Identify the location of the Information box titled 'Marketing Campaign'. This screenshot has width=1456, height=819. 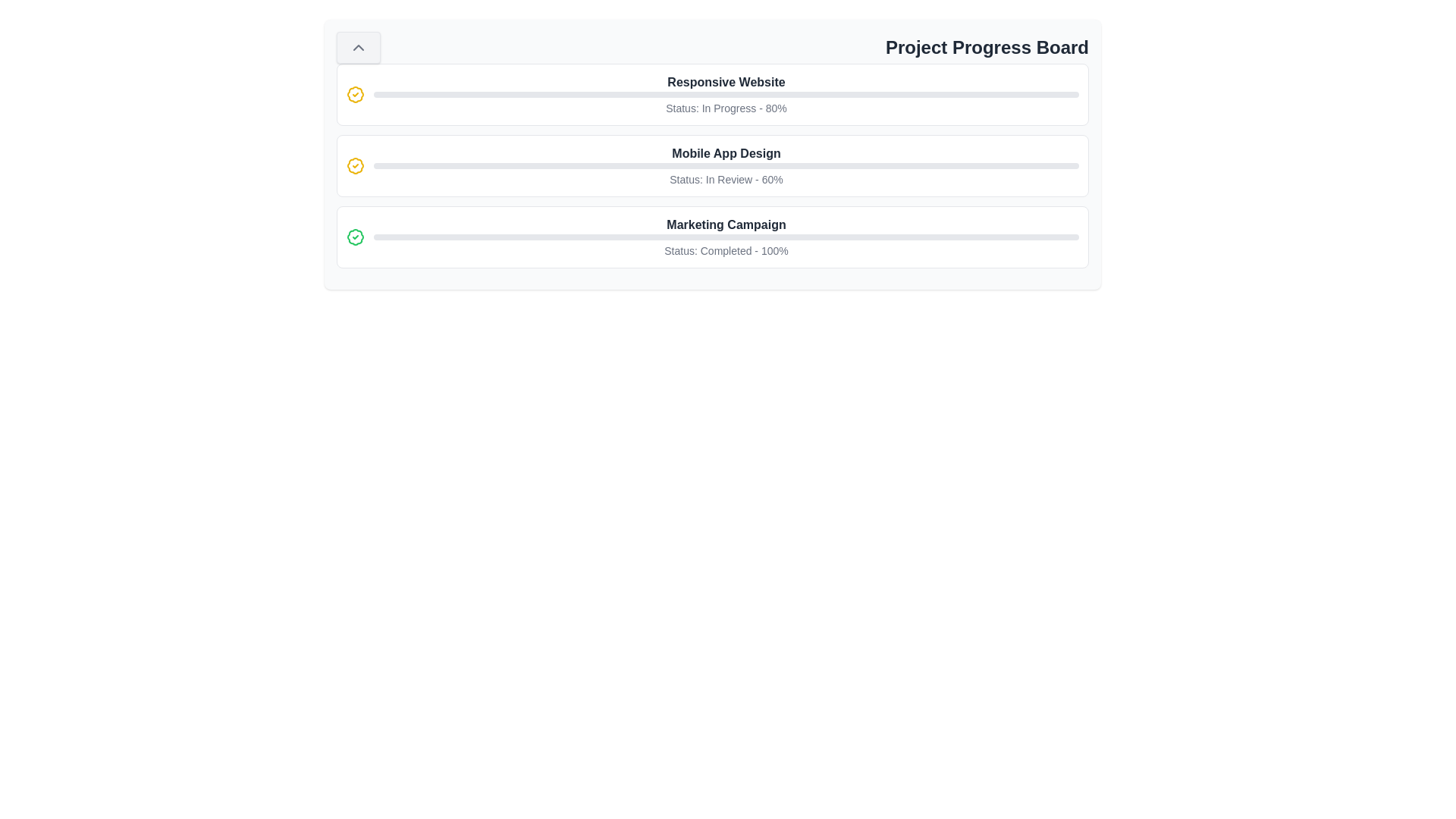
(712, 237).